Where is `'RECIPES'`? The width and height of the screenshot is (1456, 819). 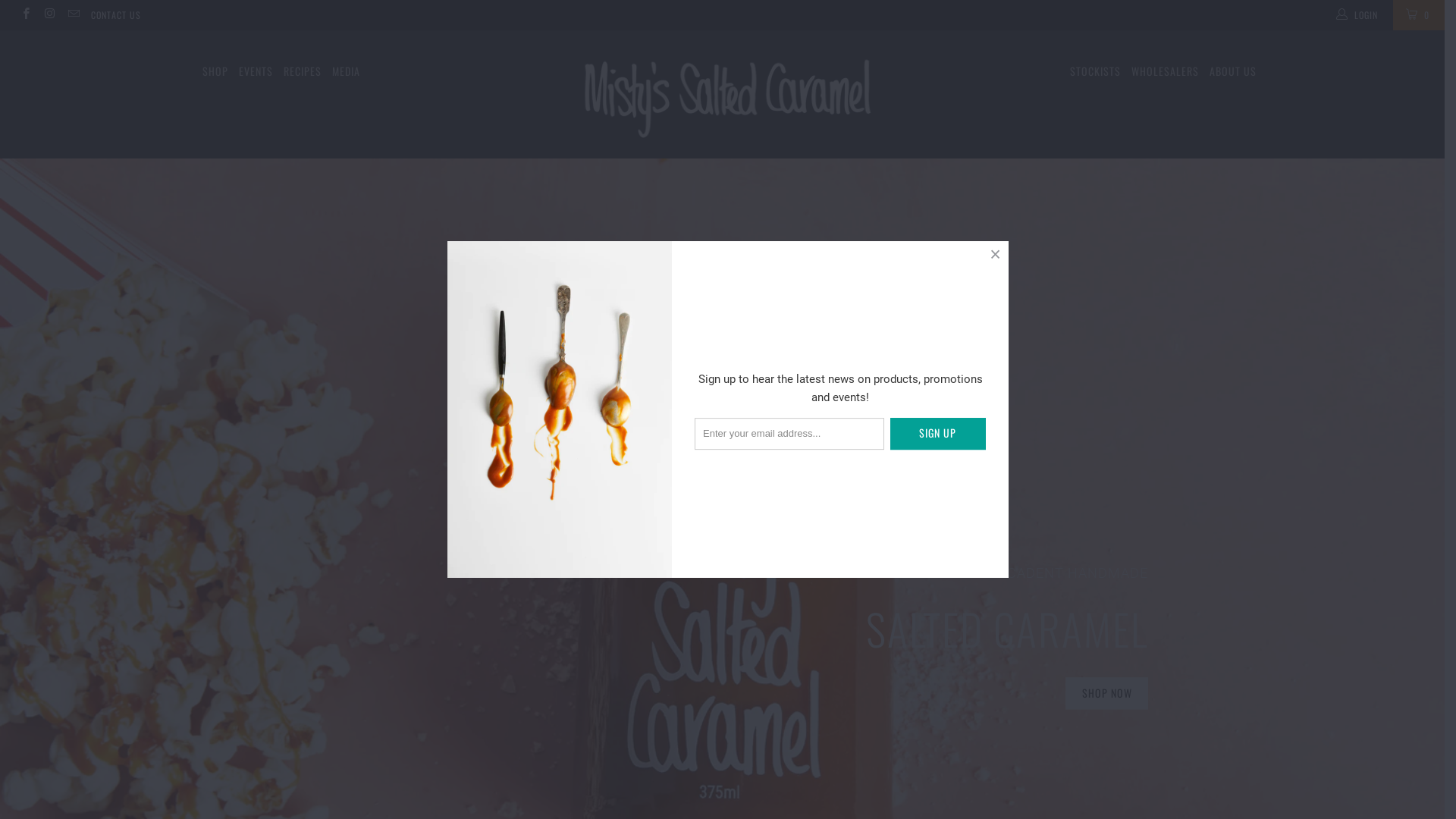
'RECIPES' is located at coordinates (302, 71).